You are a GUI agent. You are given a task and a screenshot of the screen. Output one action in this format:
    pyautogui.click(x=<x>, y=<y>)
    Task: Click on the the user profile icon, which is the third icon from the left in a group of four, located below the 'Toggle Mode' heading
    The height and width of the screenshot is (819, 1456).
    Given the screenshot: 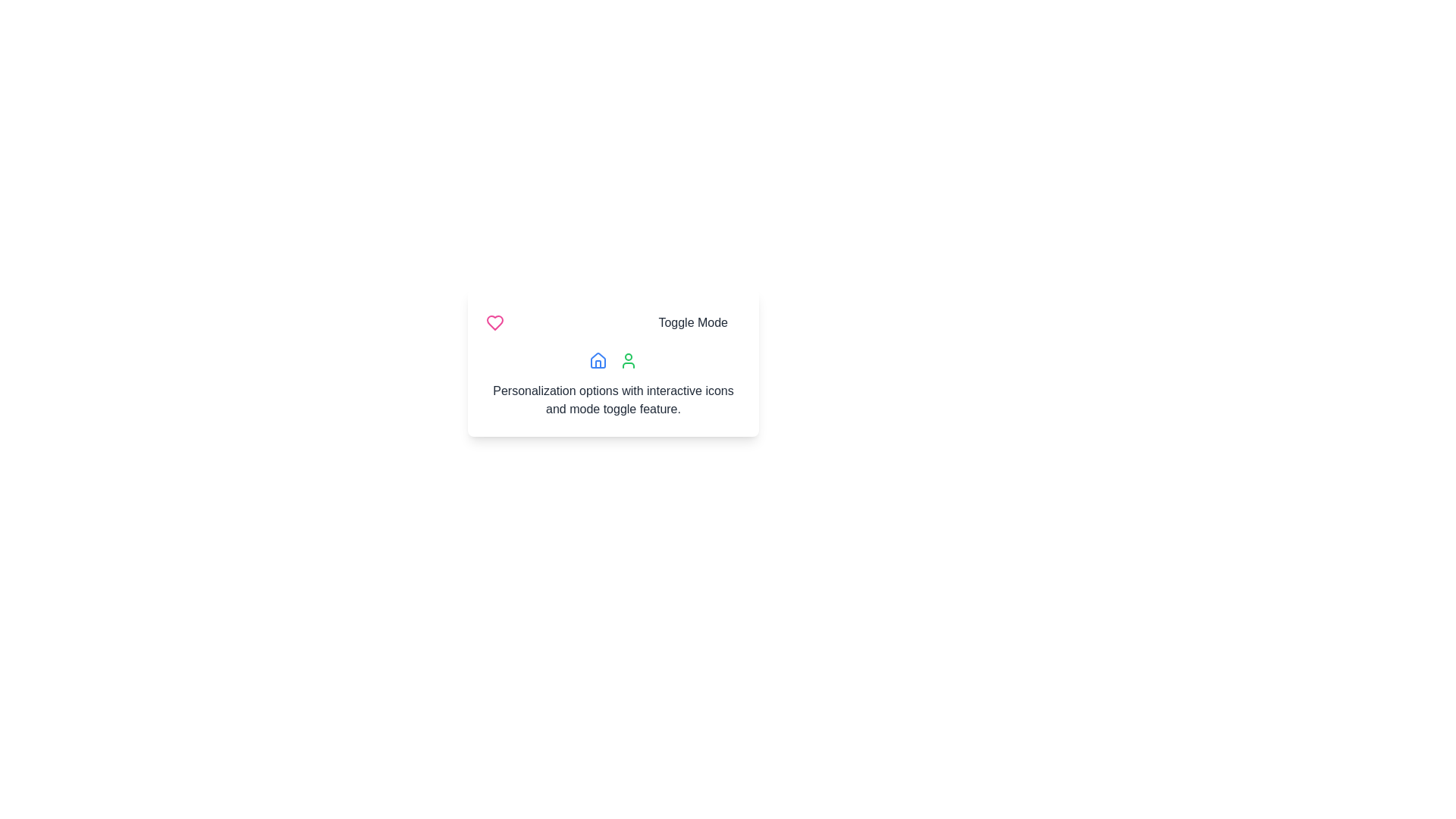 What is the action you would take?
    pyautogui.click(x=629, y=359)
    